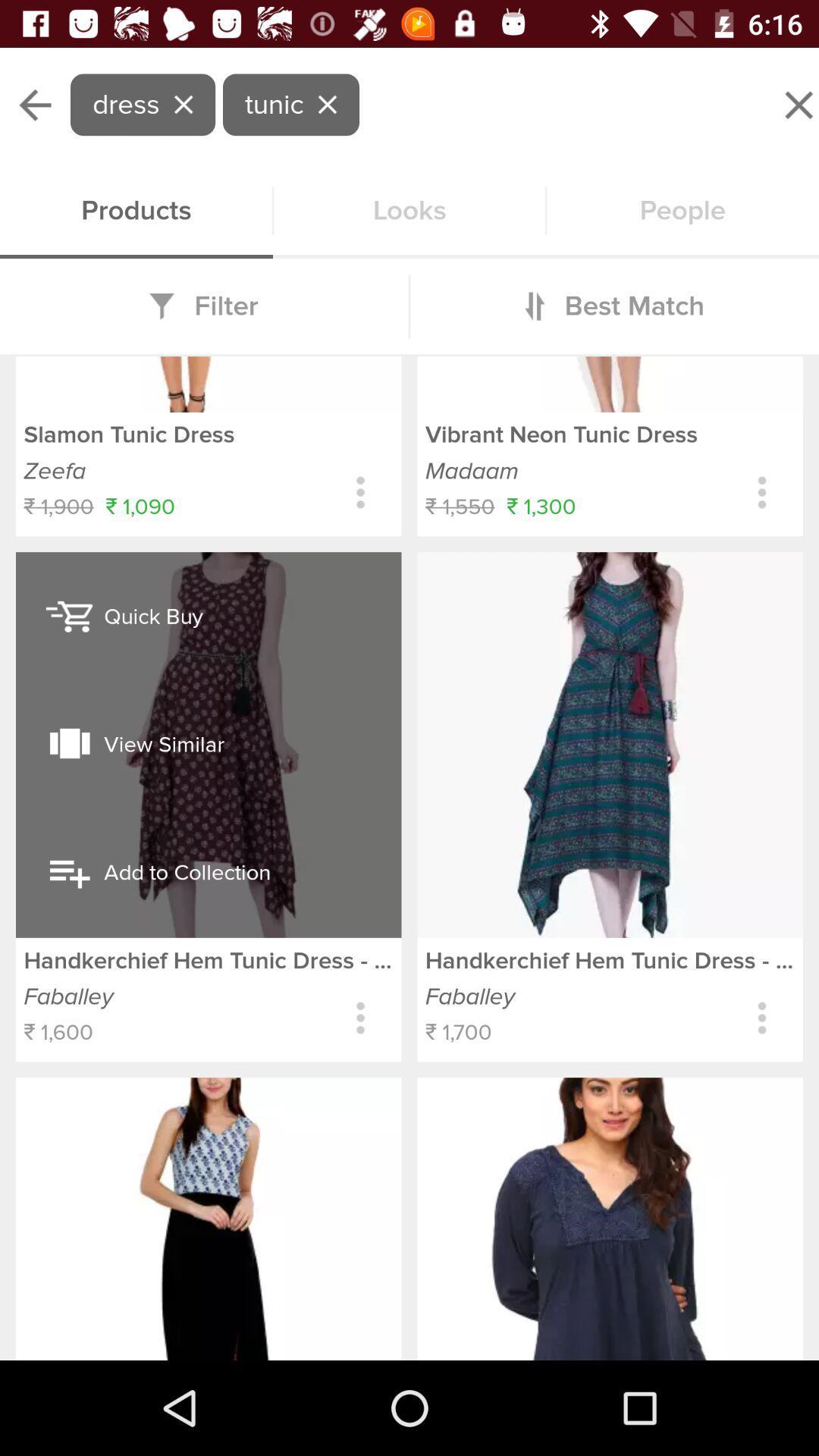 Image resolution: width=819 pixels, height=1456 pixels. Describe the element at coordinates (762, 1018) in the screenshot. I see `file details and other option include` at that location.